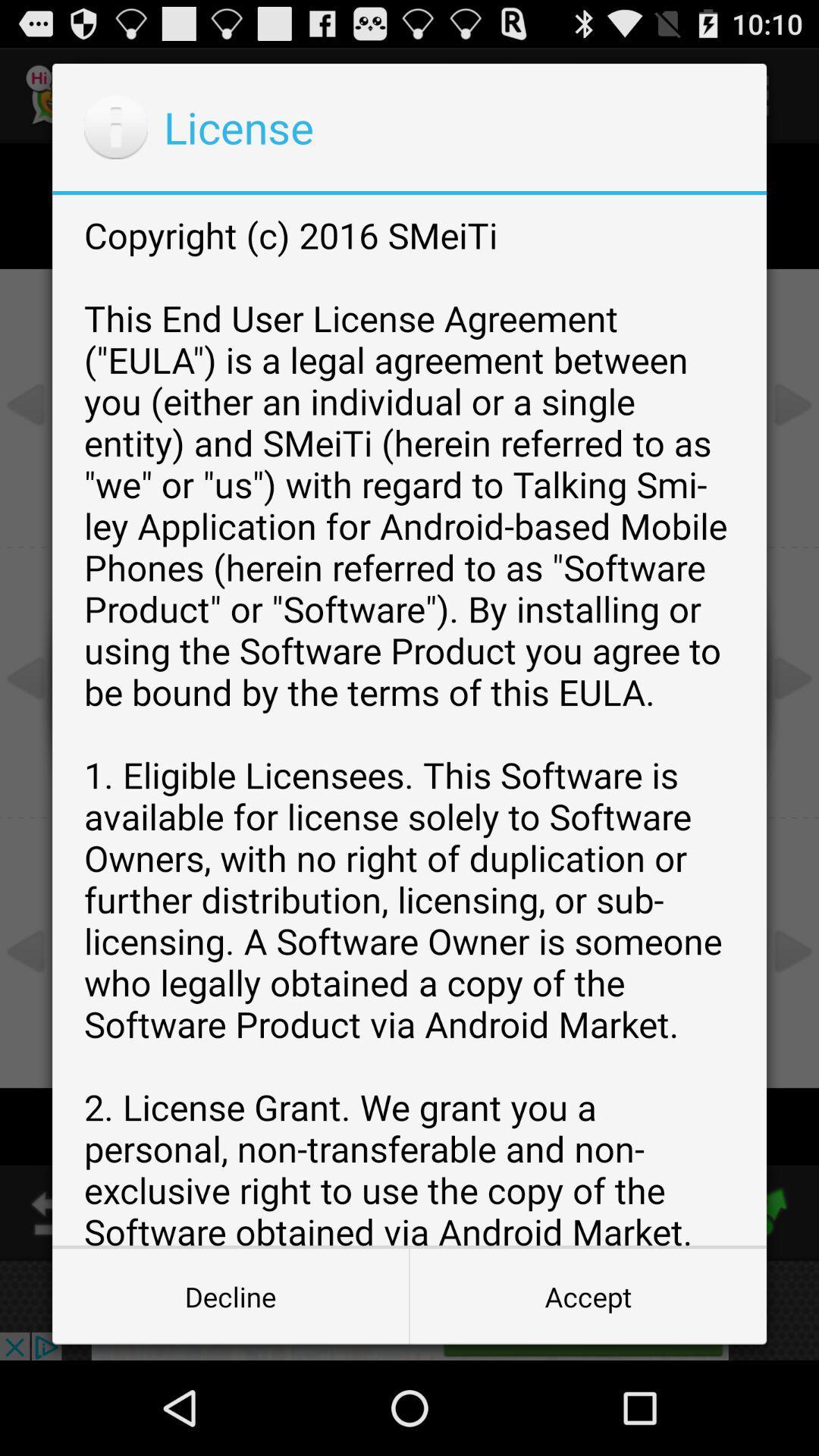  I want to click on the button next to decline, so click(587, 1295).